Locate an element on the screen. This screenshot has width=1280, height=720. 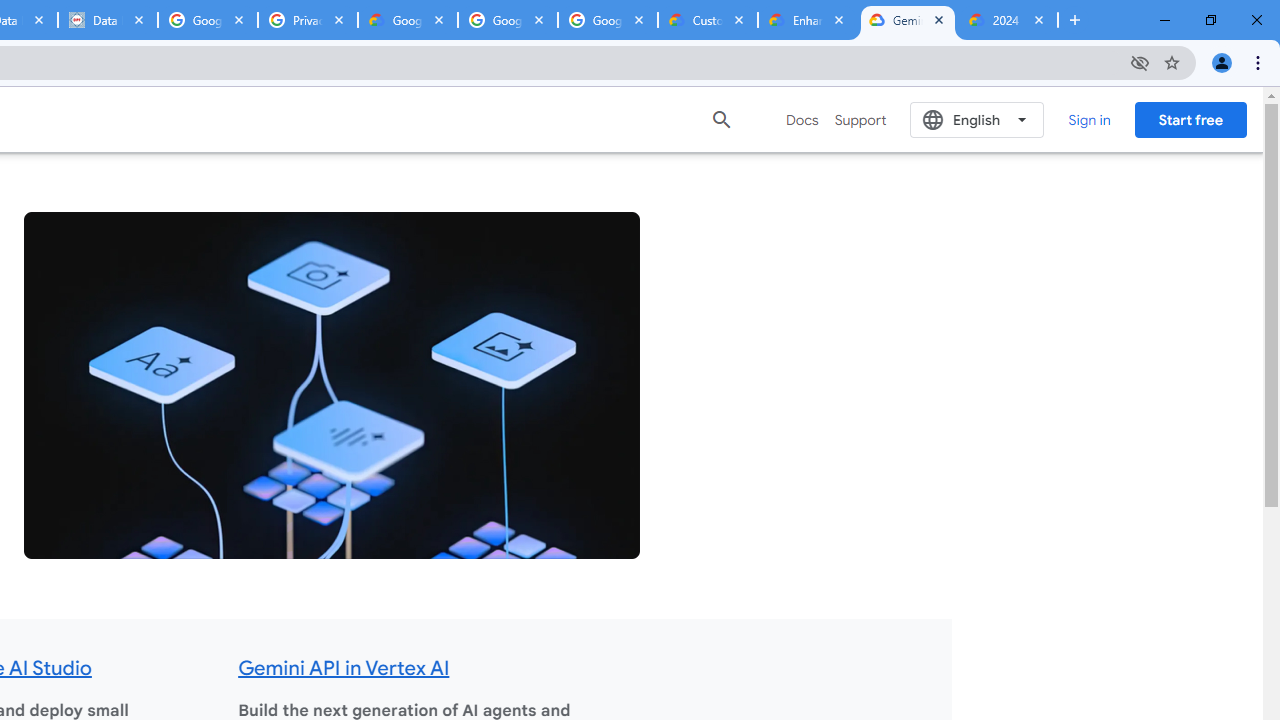
'Docs' is located at coordinates (802, 119).